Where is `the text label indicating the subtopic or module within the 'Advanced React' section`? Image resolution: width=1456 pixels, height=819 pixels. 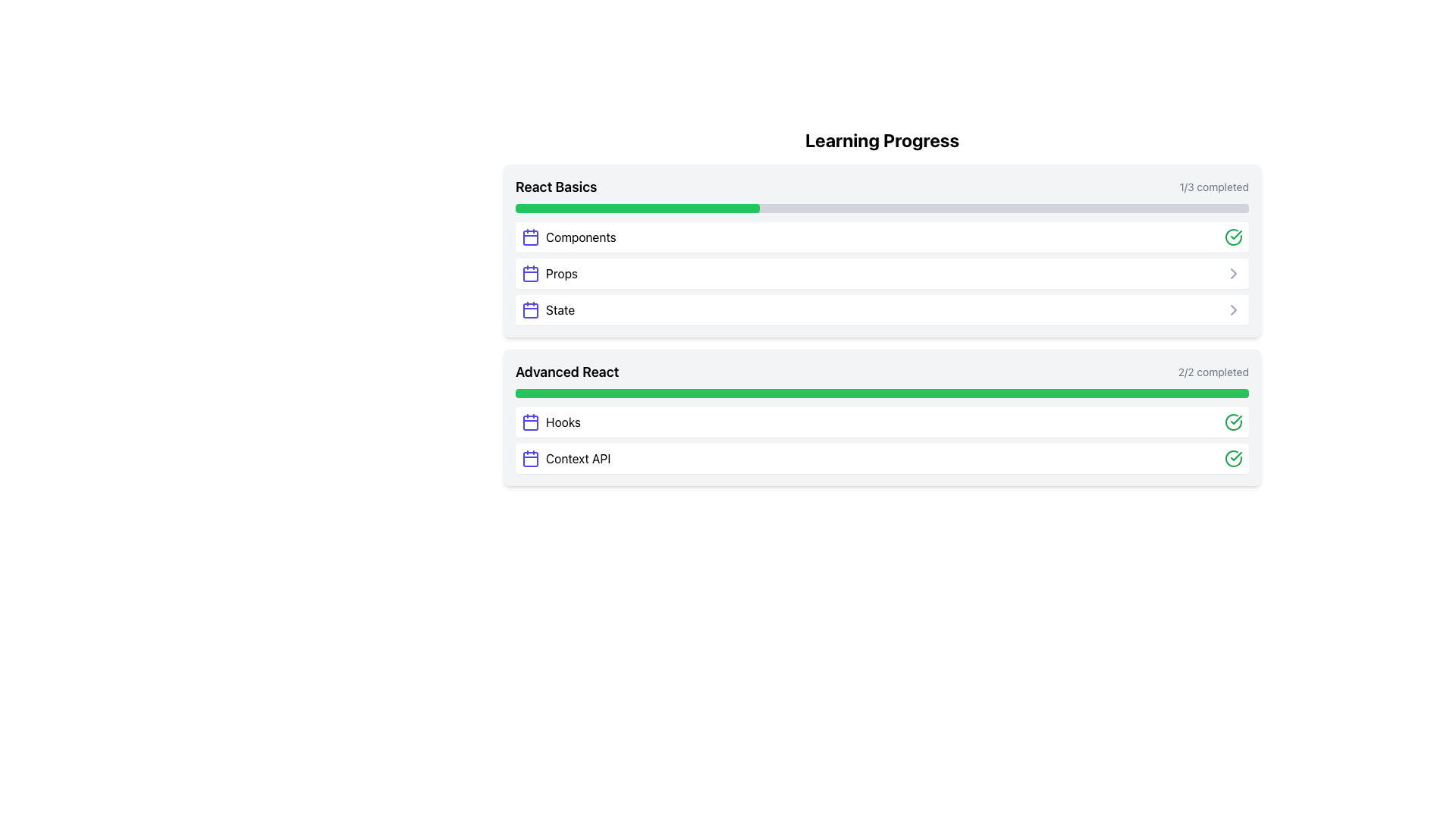
the text label indicating the subtopic or module within the 'Advanced React' section is located at coordinates (577, 458).